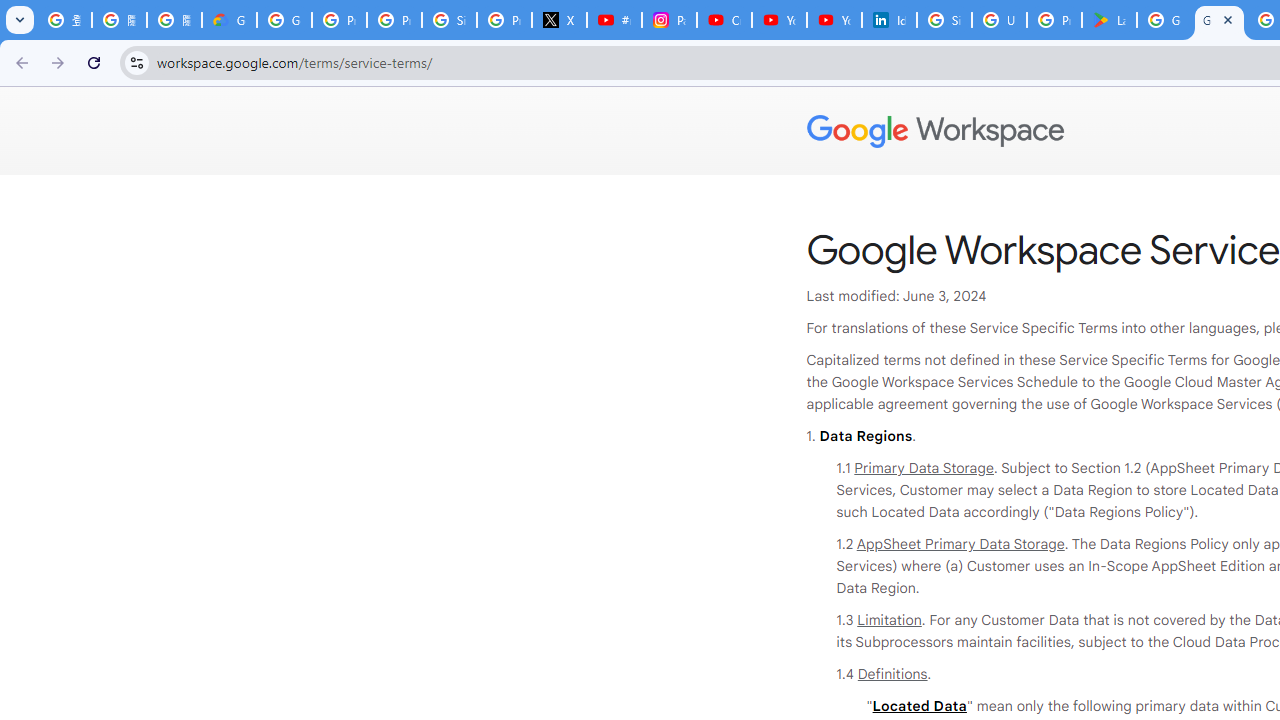 The image size is (1280, 720). What do you see at coordinates (1218, 20) in the screenshot?
I see `'Google Workspace - Specific Terms'` at bounding box center [1218, 20].